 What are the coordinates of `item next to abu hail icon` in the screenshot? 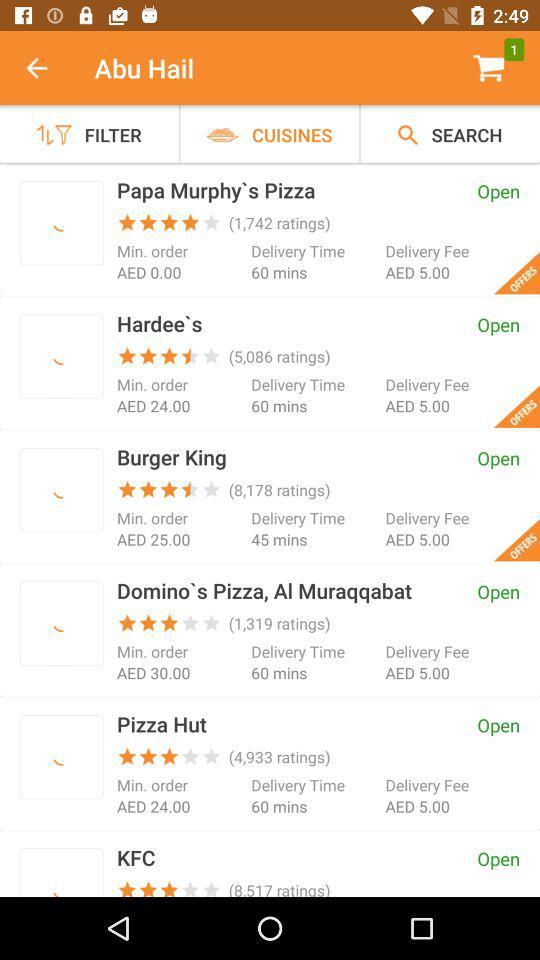 It's located at (47, 68).